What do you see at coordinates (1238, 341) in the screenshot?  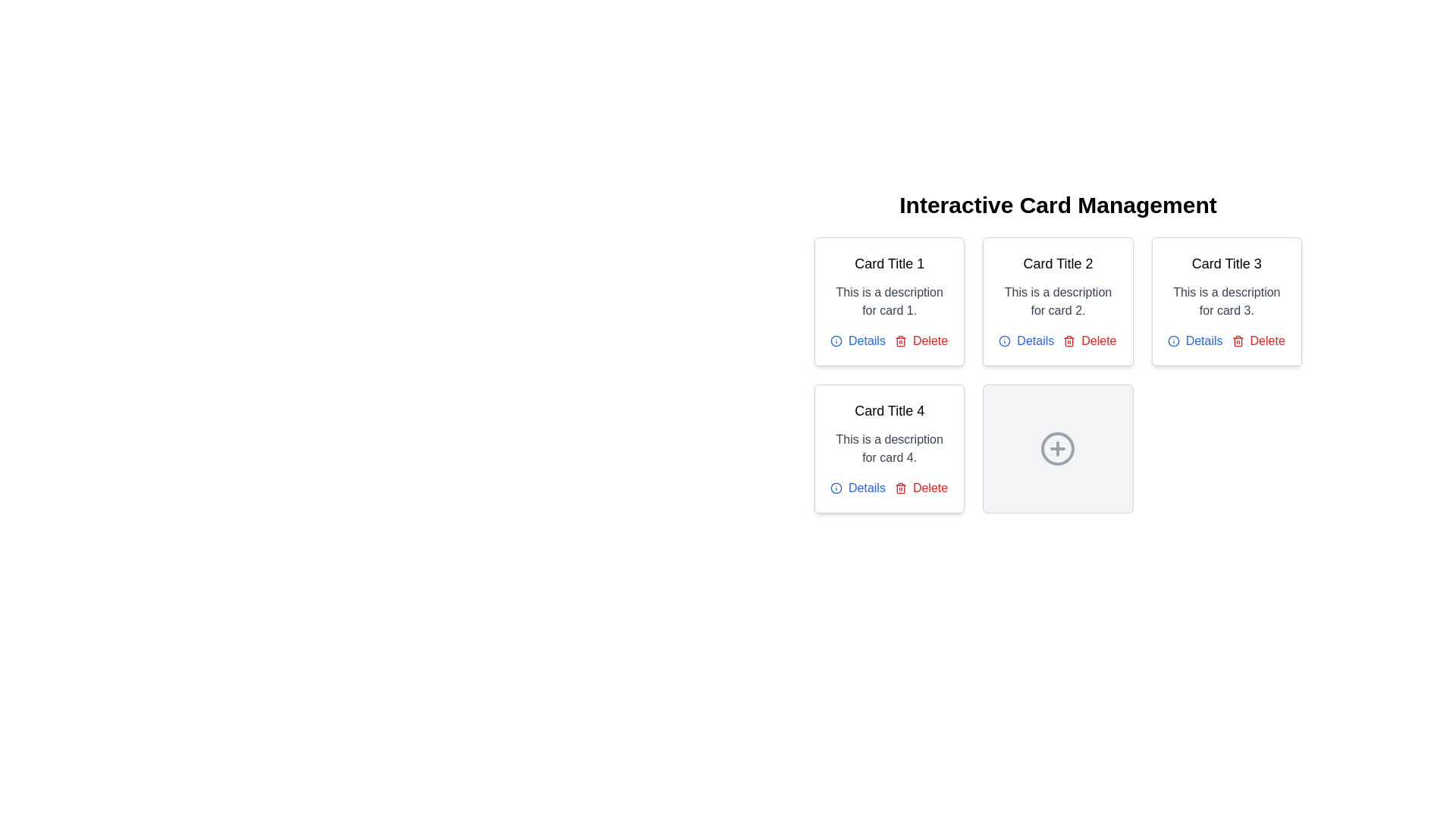 I see `the delete icon located within the 'Delete' button under 'Card Title 3'` at bounding box center [1238, 341].